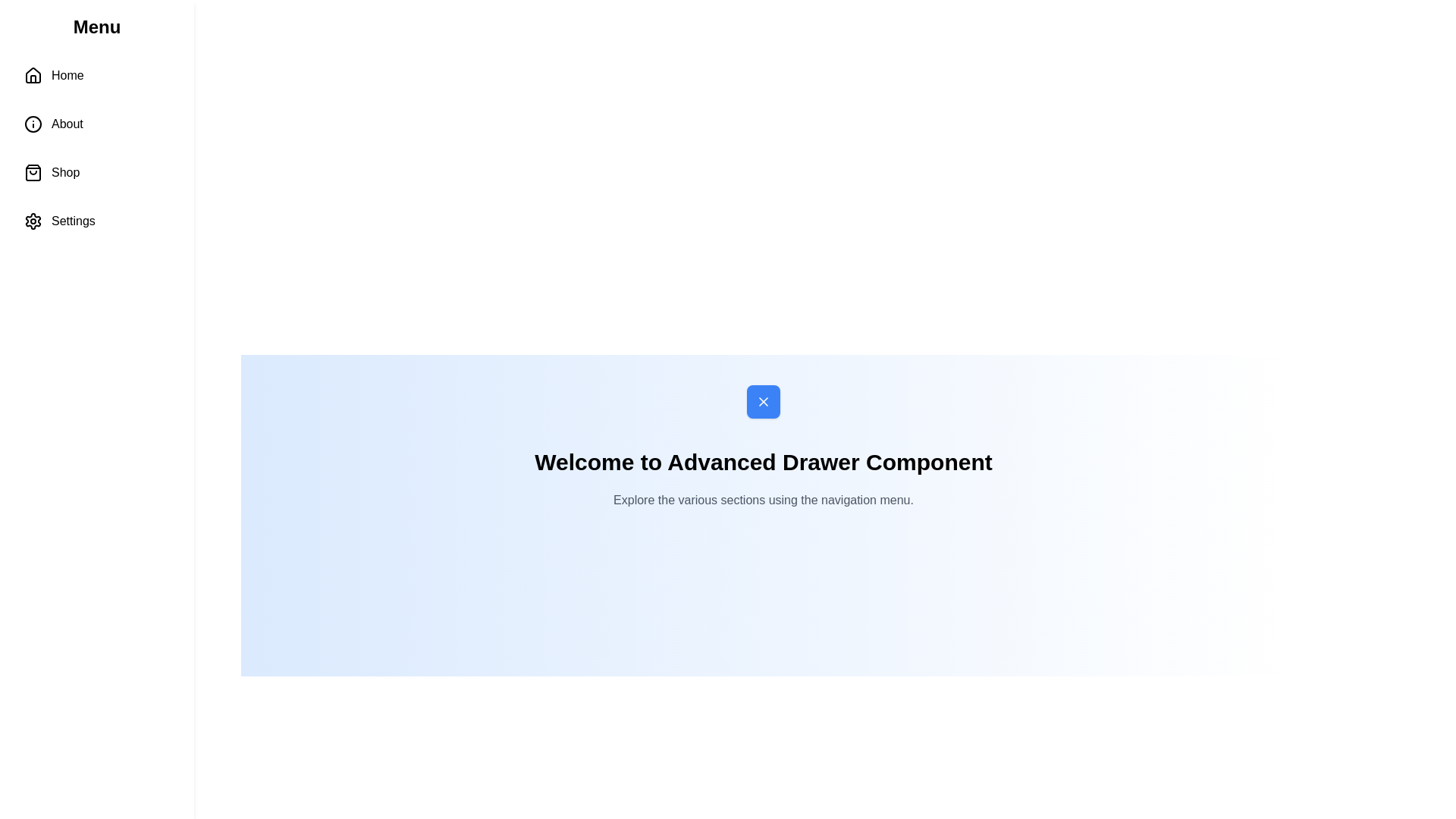  What do you see at coordinates (67, 76) in the screenshot?
I see `the 'Home' text label in the vertical navigation menu, which is the first item next to the house icon` at bounding box center [67, 76].